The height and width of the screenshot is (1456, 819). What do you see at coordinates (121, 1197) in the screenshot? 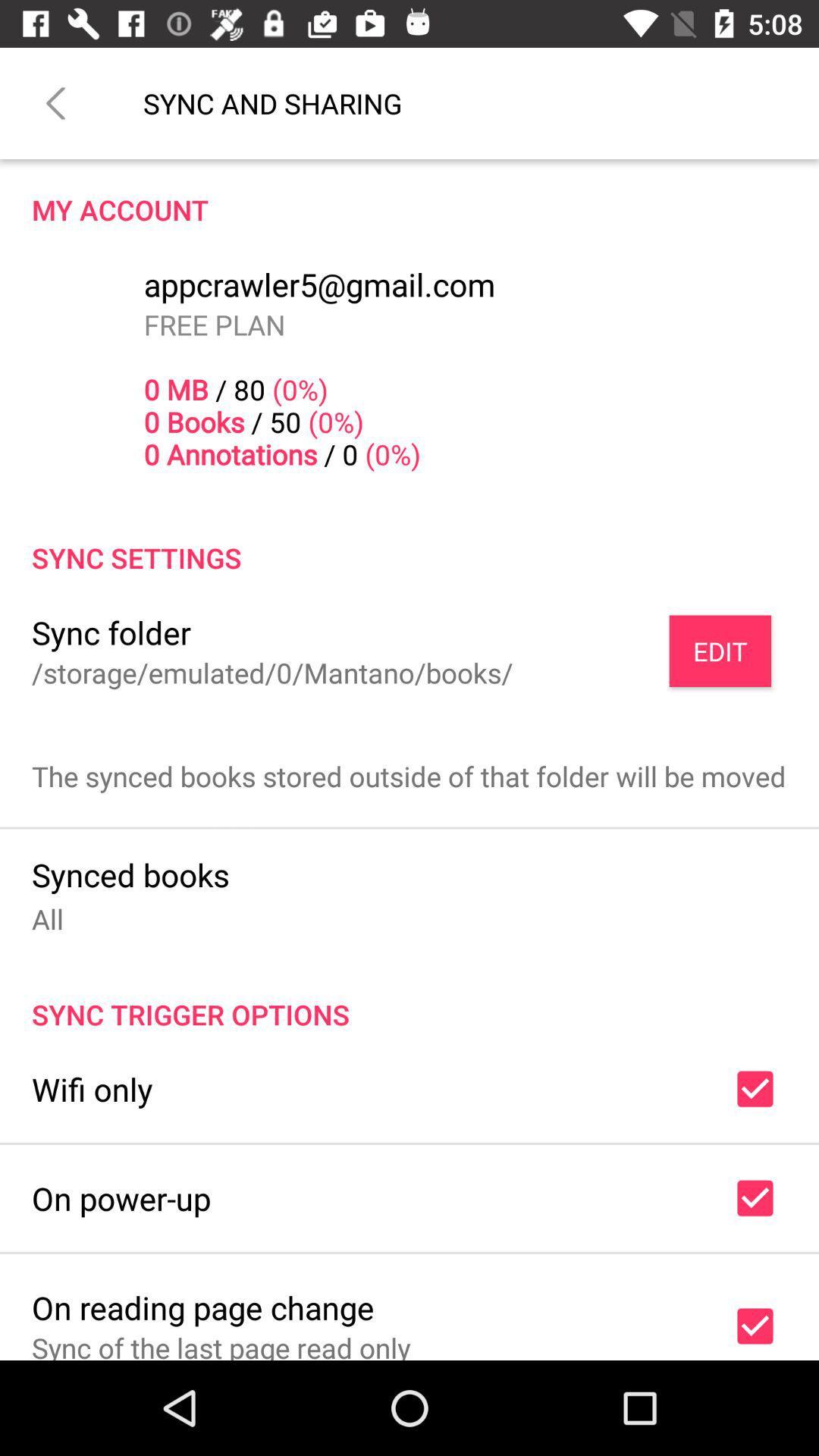
I see `the icon below wifi only item` at bounding box center [121, 1197].